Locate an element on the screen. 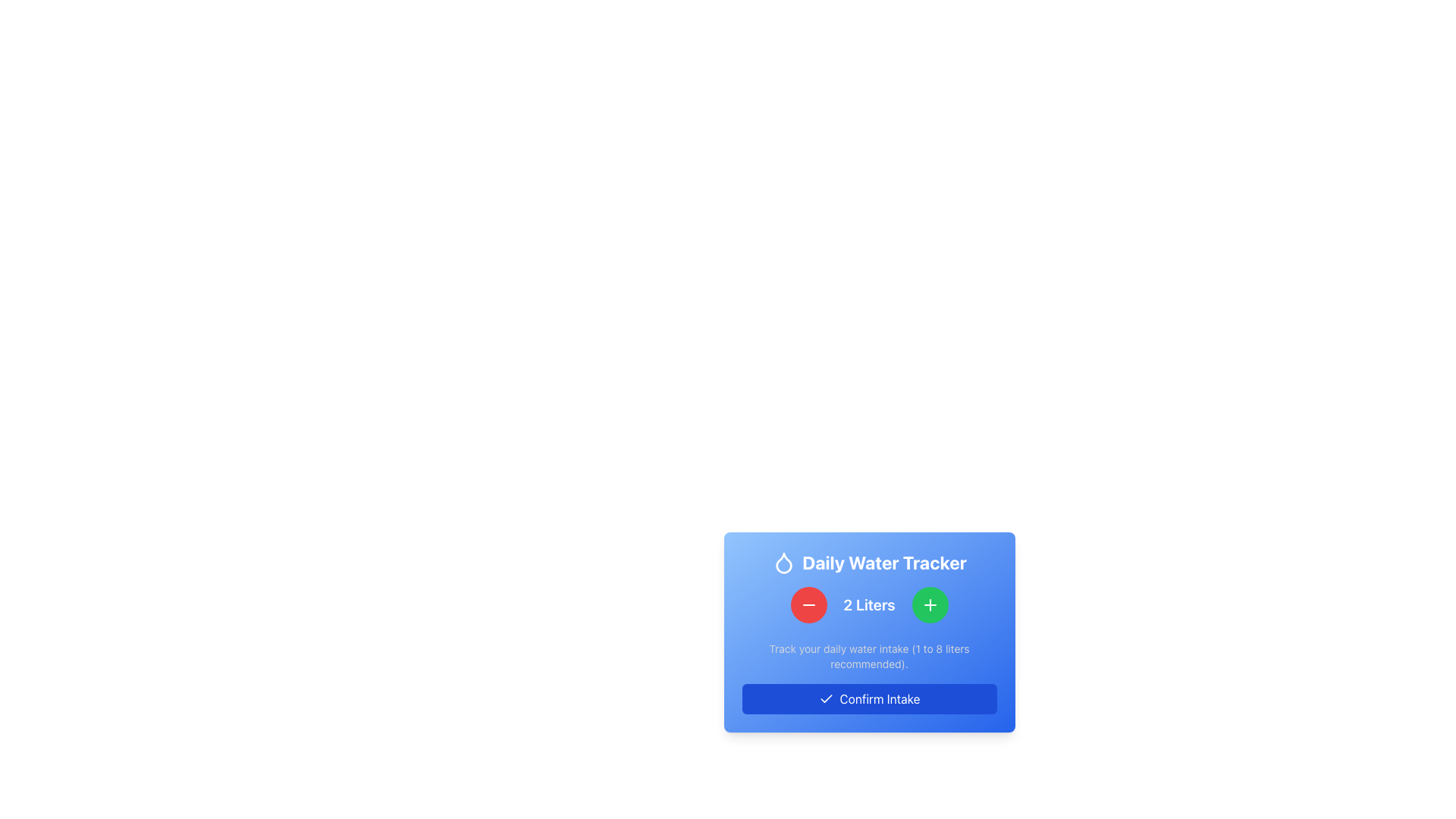  the green plus button with a white cross icon located to the right of the '2 Liters' text in the 'Daily Water Tracker' panel to trigger a tooltip or visual effect is located at coordinates (929, 604).